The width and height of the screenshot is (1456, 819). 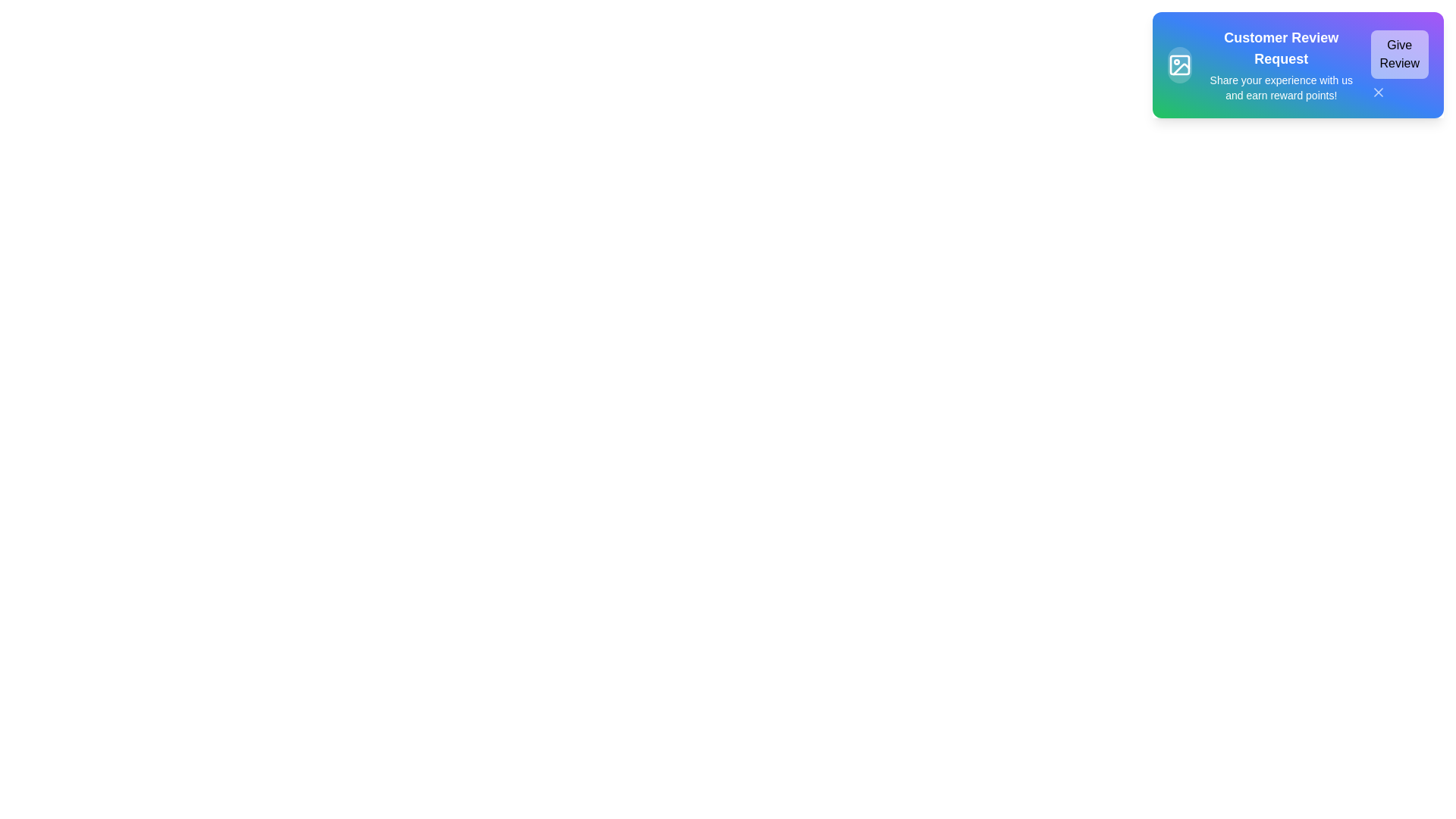 I want to click on the 'Give Review' button to observe the hover effect, so click(x=1398, y=54).